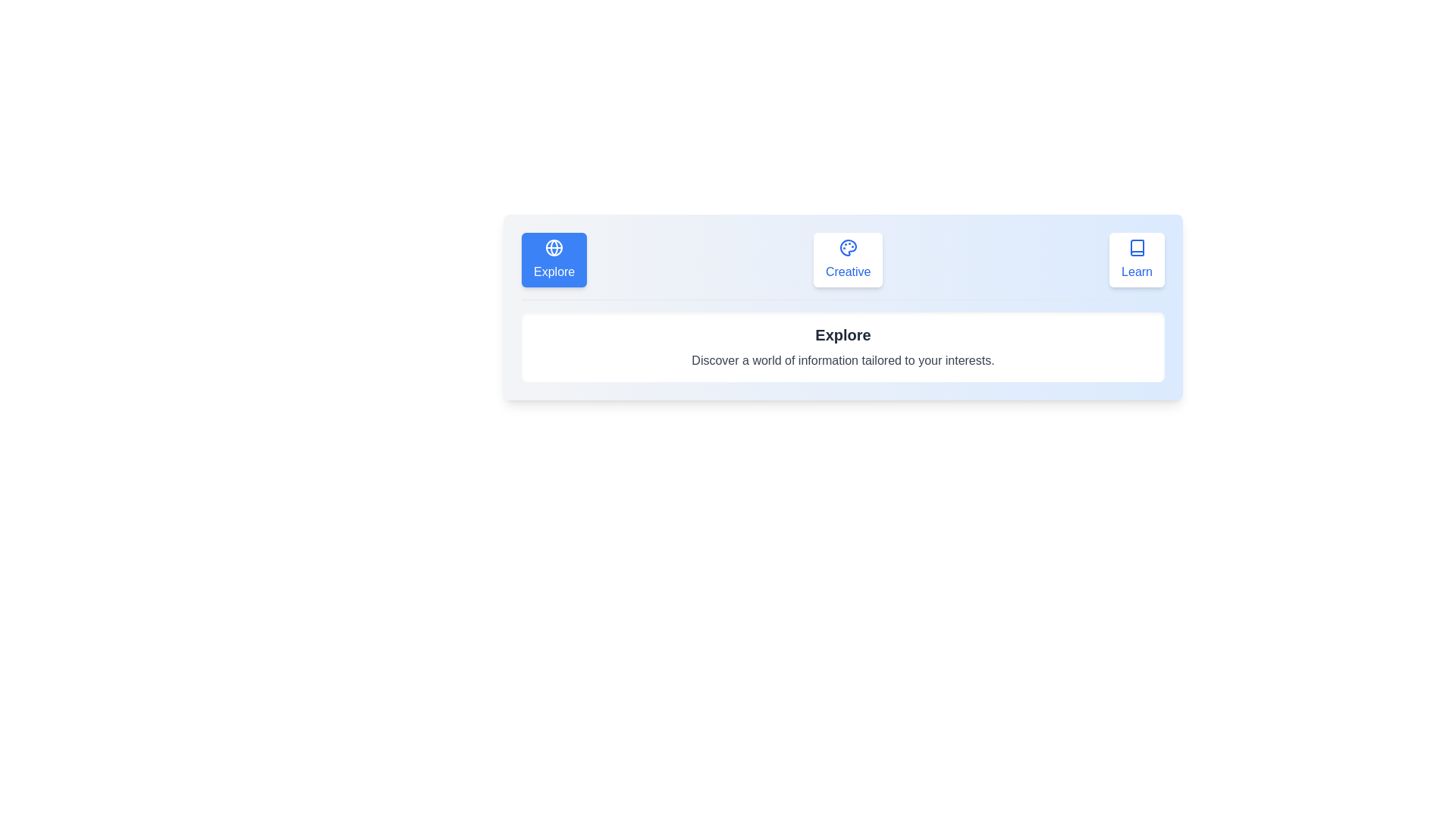 The image size is (1456, 819). What do you see at coordinates (847, 259) in the screenshot?
I see `the tab labeled Creative` at bounding box center [847, 259].